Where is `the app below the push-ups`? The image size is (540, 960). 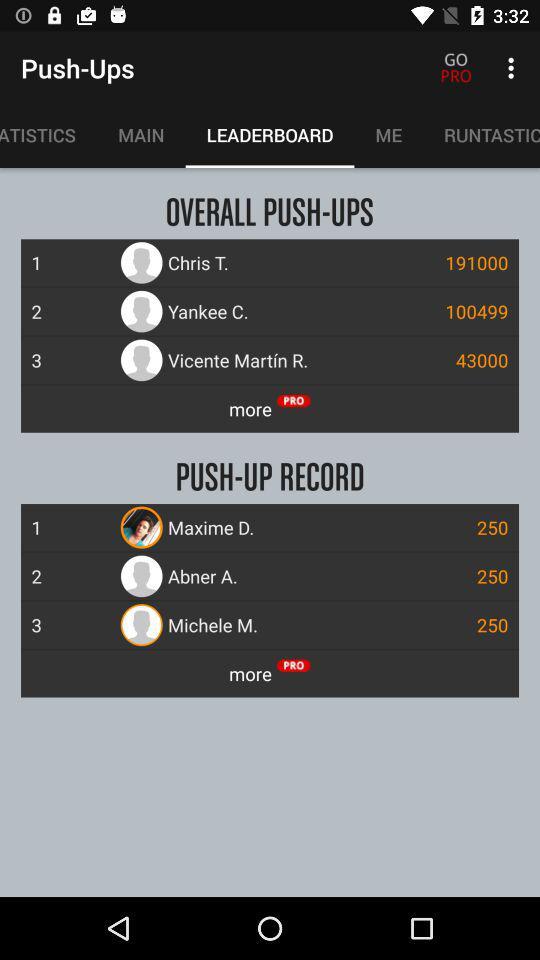
the app below the push-ups is located at coordinates (140, 134).